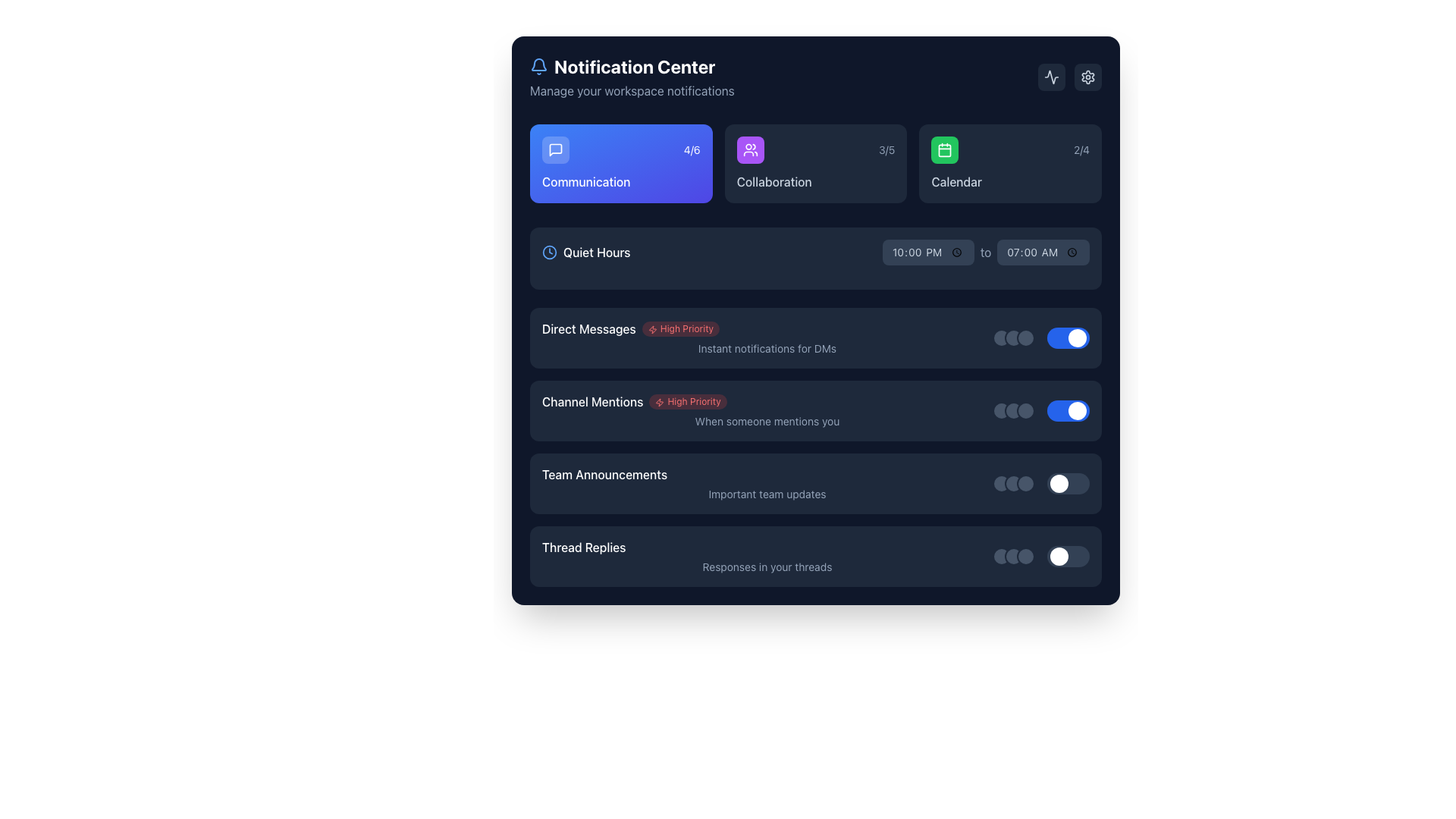  Describe the element at coordinates (538, 66) in the screenshot. I see `the notification center icon located at the top-left corner of the main interface, next` at that location.